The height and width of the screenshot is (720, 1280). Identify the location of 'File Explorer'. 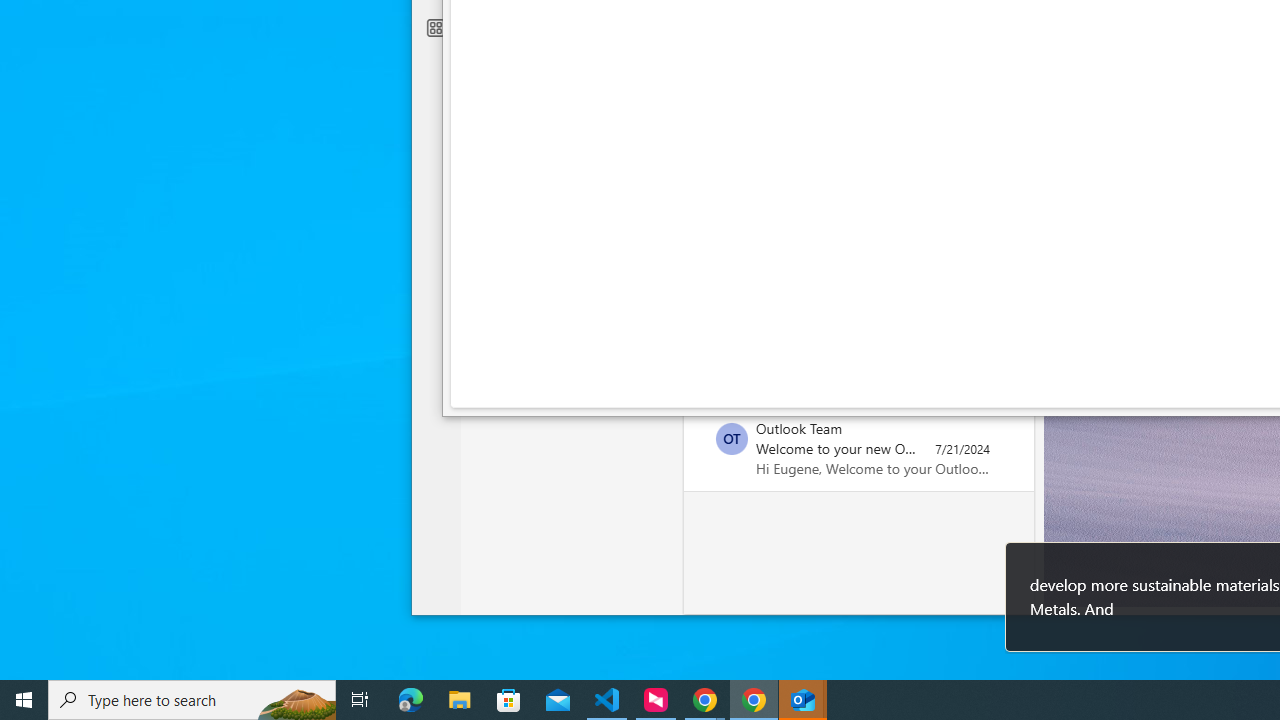
(459, 698).